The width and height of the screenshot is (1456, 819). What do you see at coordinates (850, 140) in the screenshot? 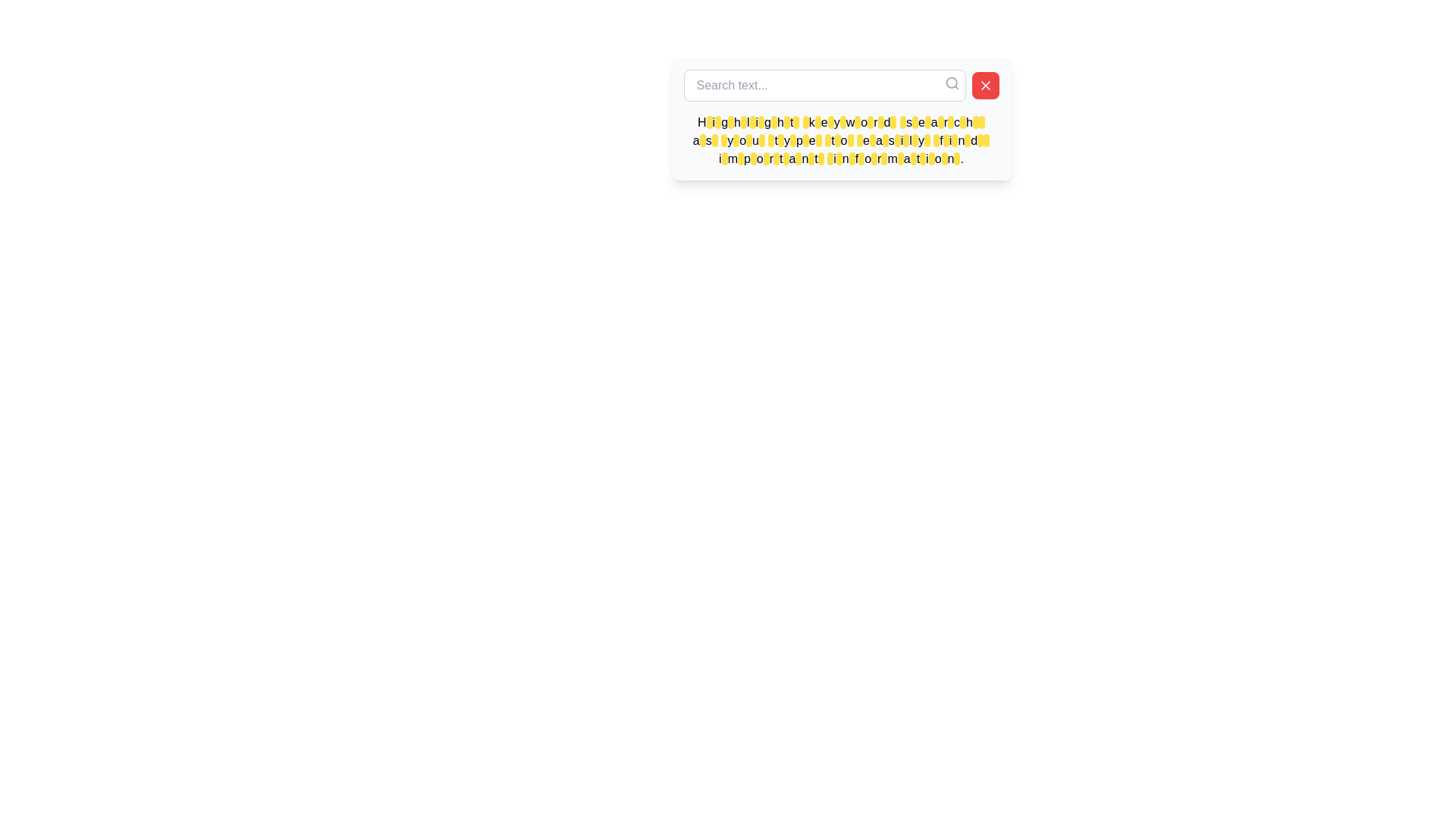
I see `the decorative highlight located on the second line of the multi-line text block, which emphasizes a segment of the information text` at bounding box center [850, 140].